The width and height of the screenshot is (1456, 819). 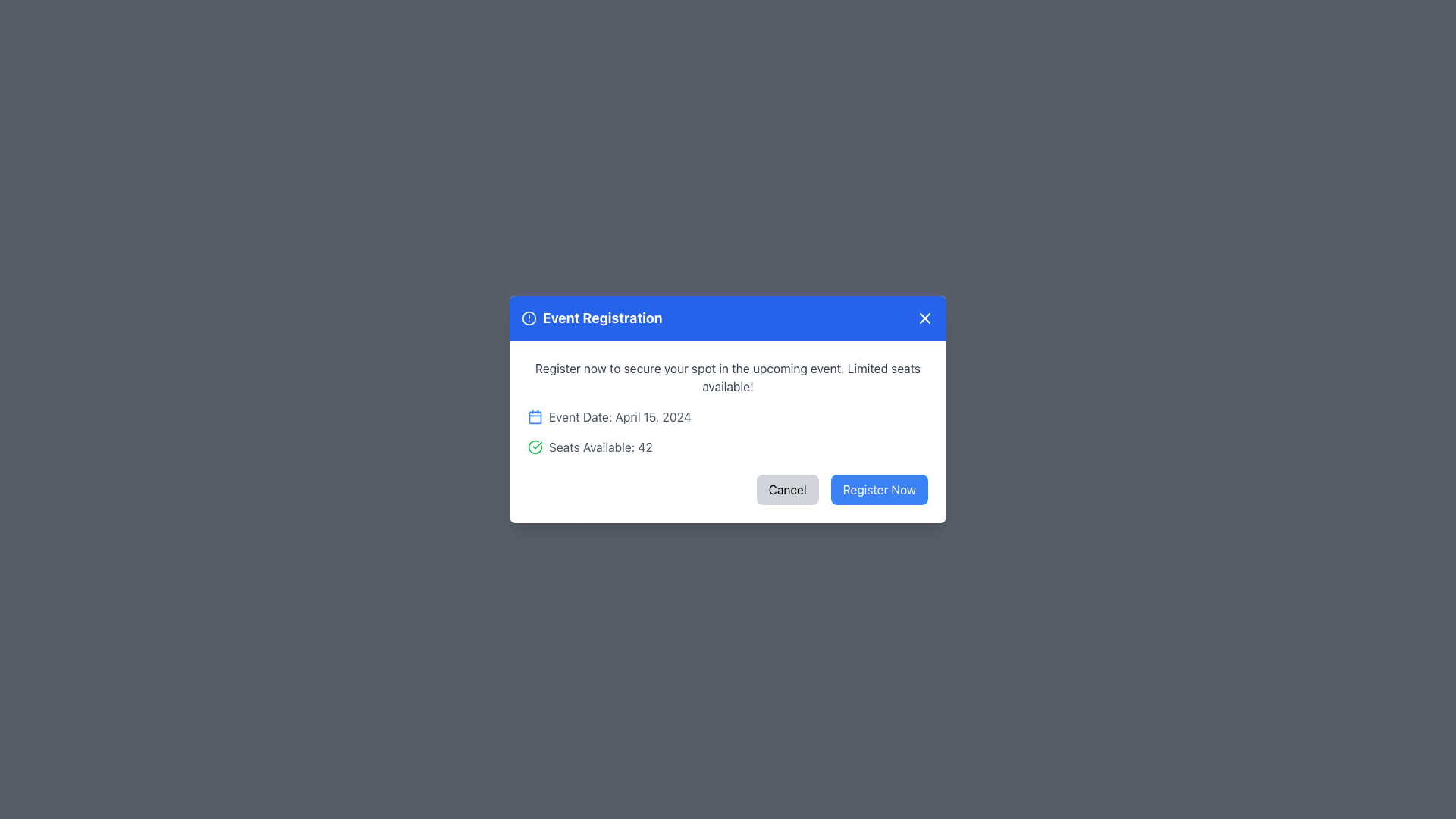 I want to click on the decorative calendar icon background located to the left of the 'Event Date' text in the modal window, so click(x=535, y=417).